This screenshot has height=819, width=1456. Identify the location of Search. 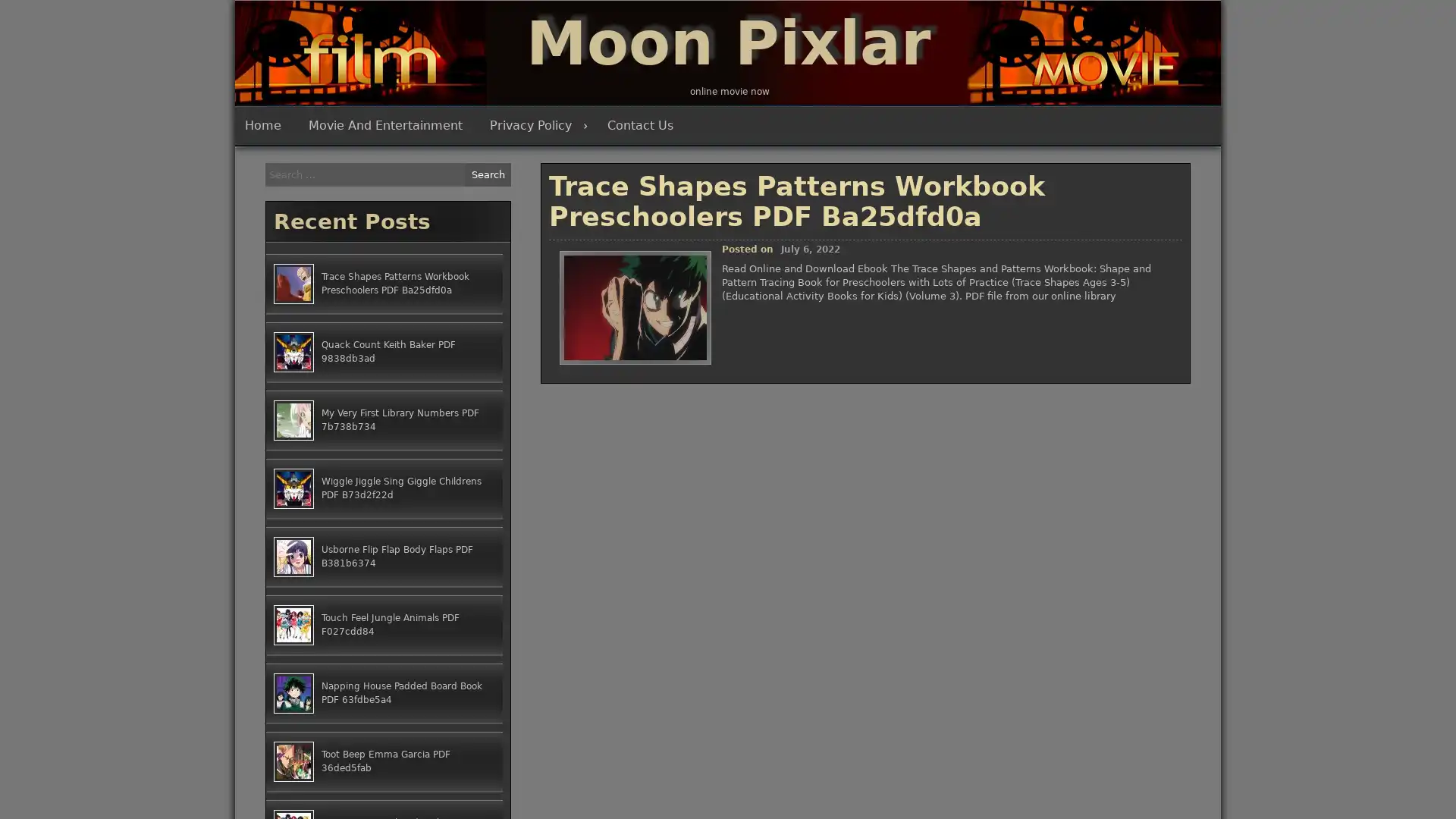
(488, 174).